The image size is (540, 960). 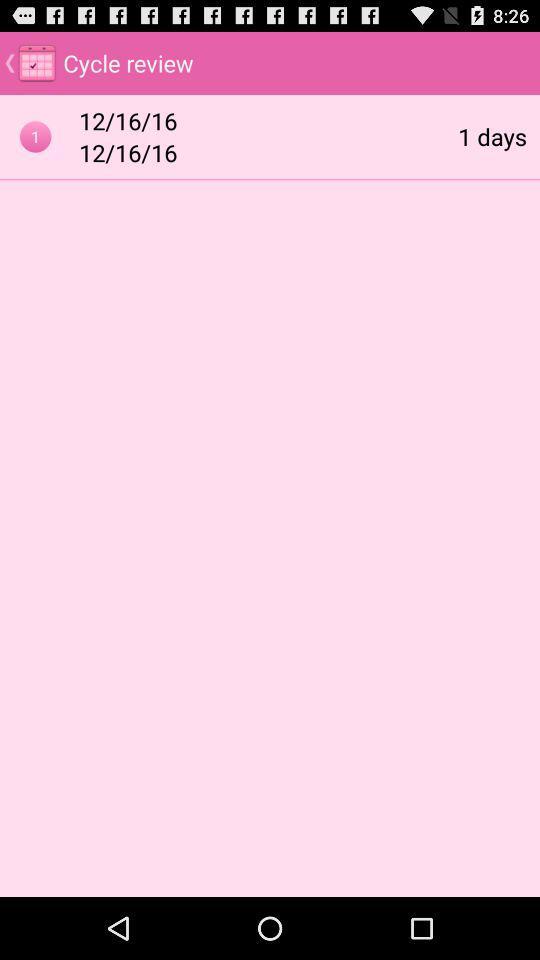 I want to click on the 1 days app, so click(x=491, y=135).